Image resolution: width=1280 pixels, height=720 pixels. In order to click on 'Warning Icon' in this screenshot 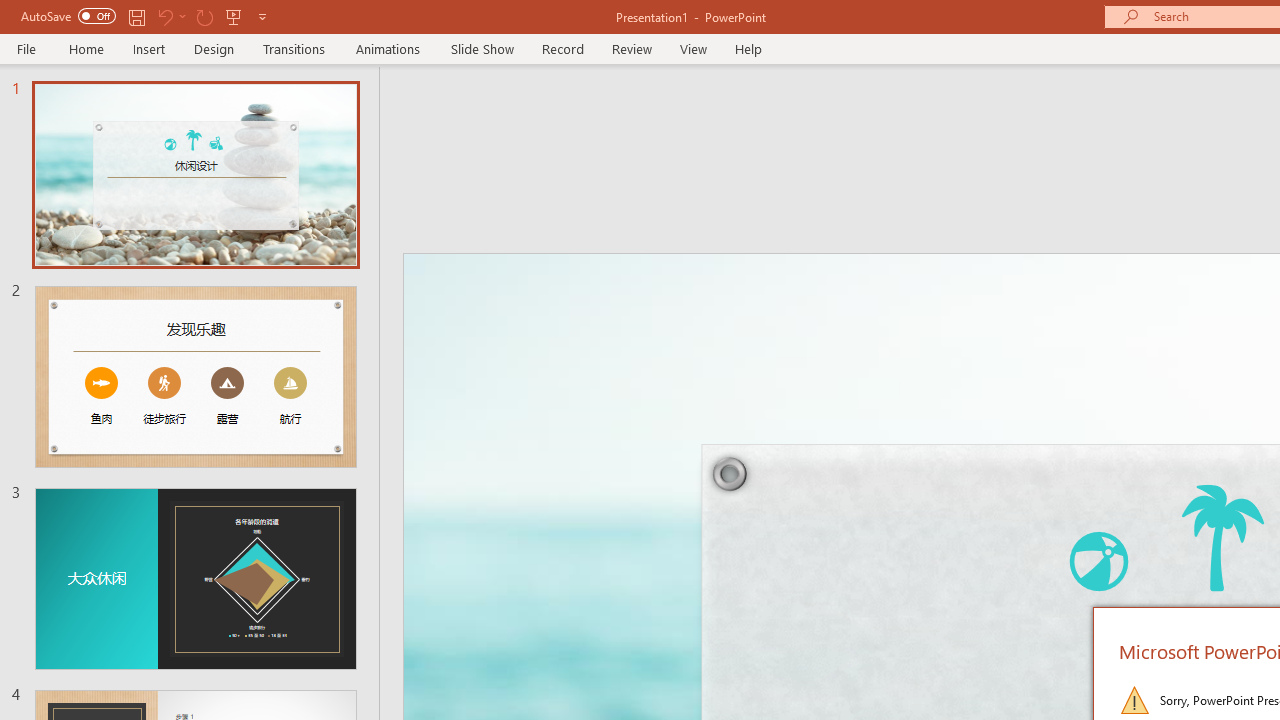, I will do `click(1134, 698)`.